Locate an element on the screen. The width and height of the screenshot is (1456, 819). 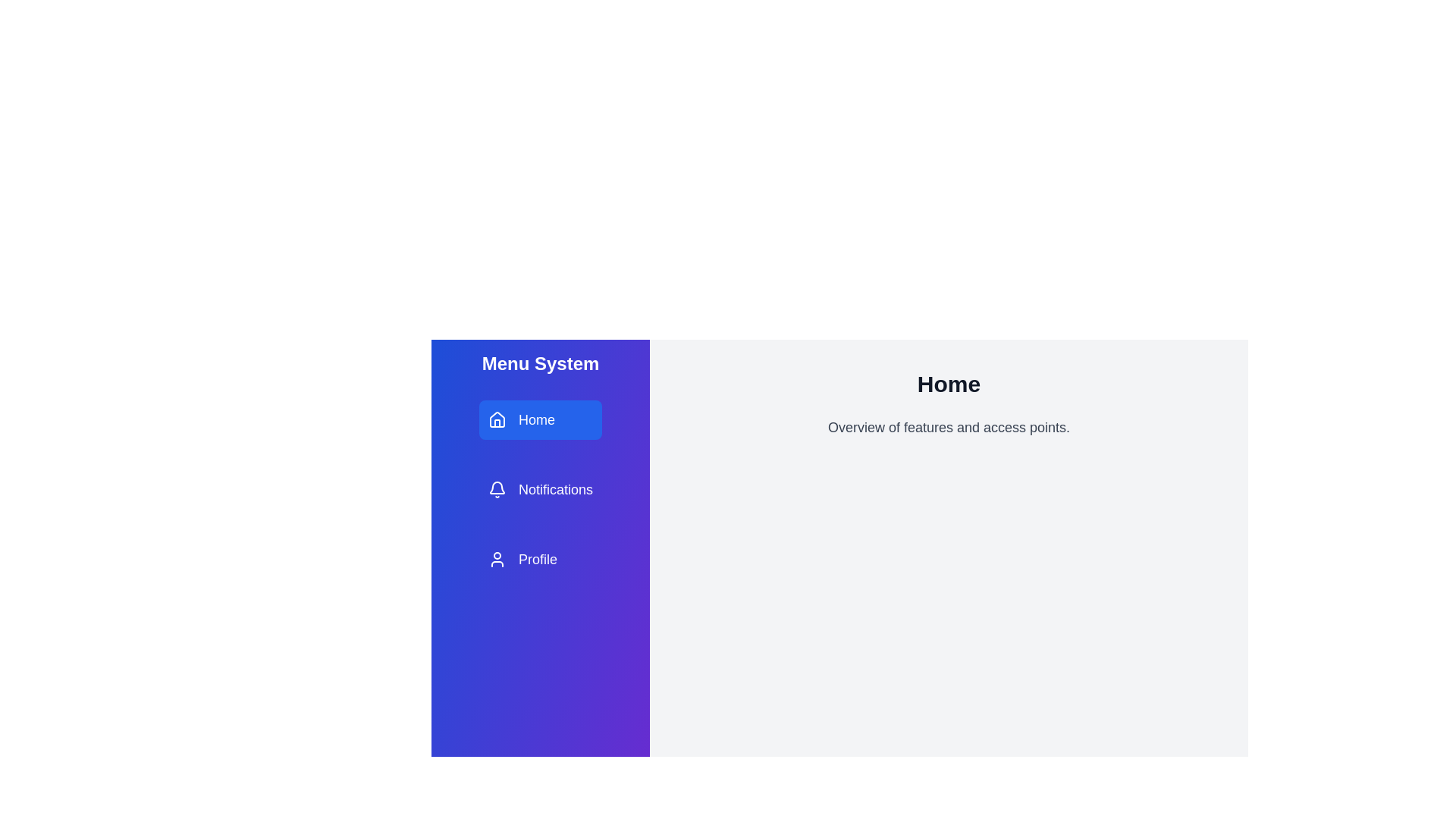
the menu item Home from the available options is located at coordinates (540, 420).